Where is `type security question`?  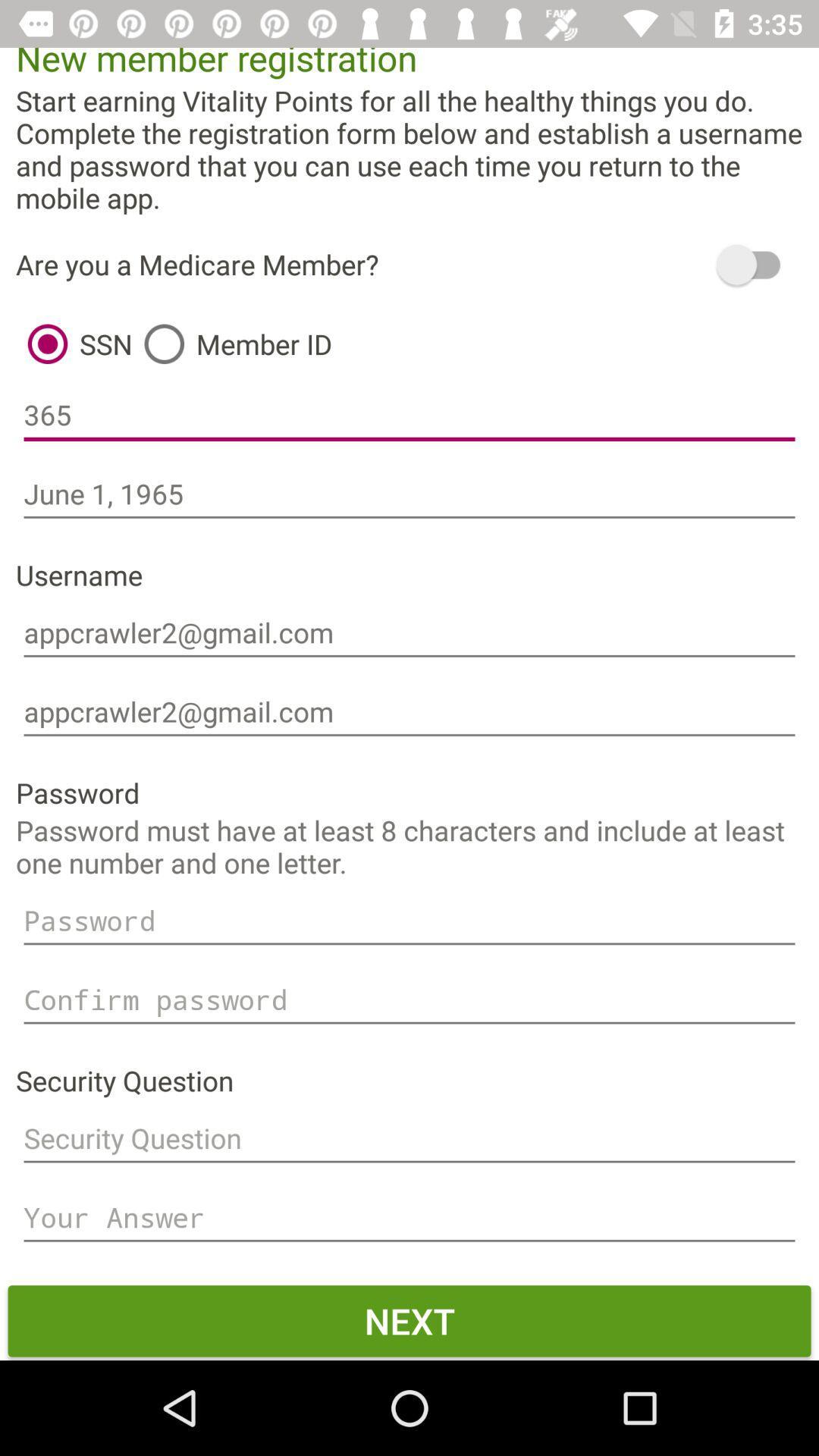
type security question is located at coordinates (409, 1138).